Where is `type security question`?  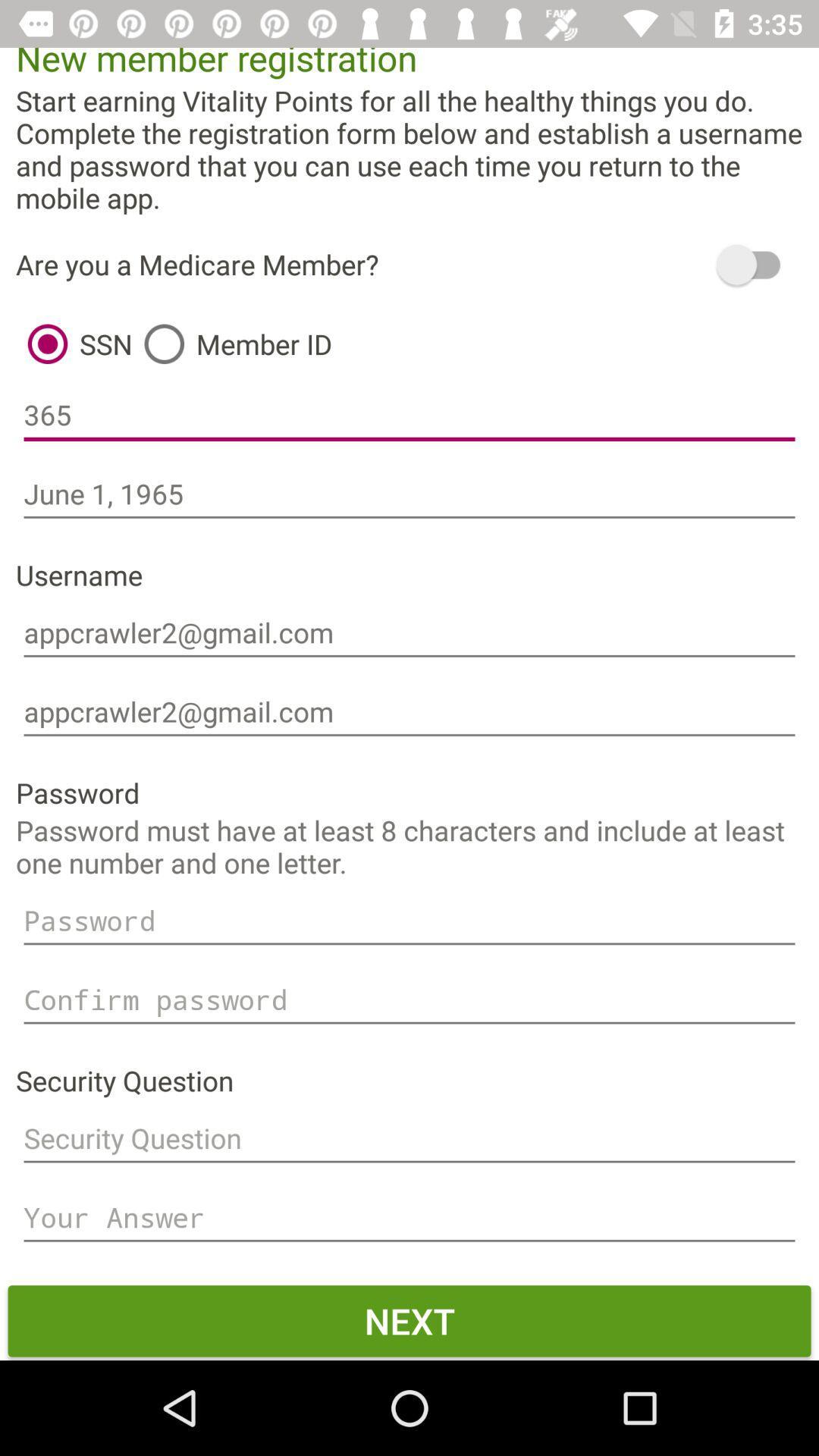
type security question is located at coordinates (409, 1138).